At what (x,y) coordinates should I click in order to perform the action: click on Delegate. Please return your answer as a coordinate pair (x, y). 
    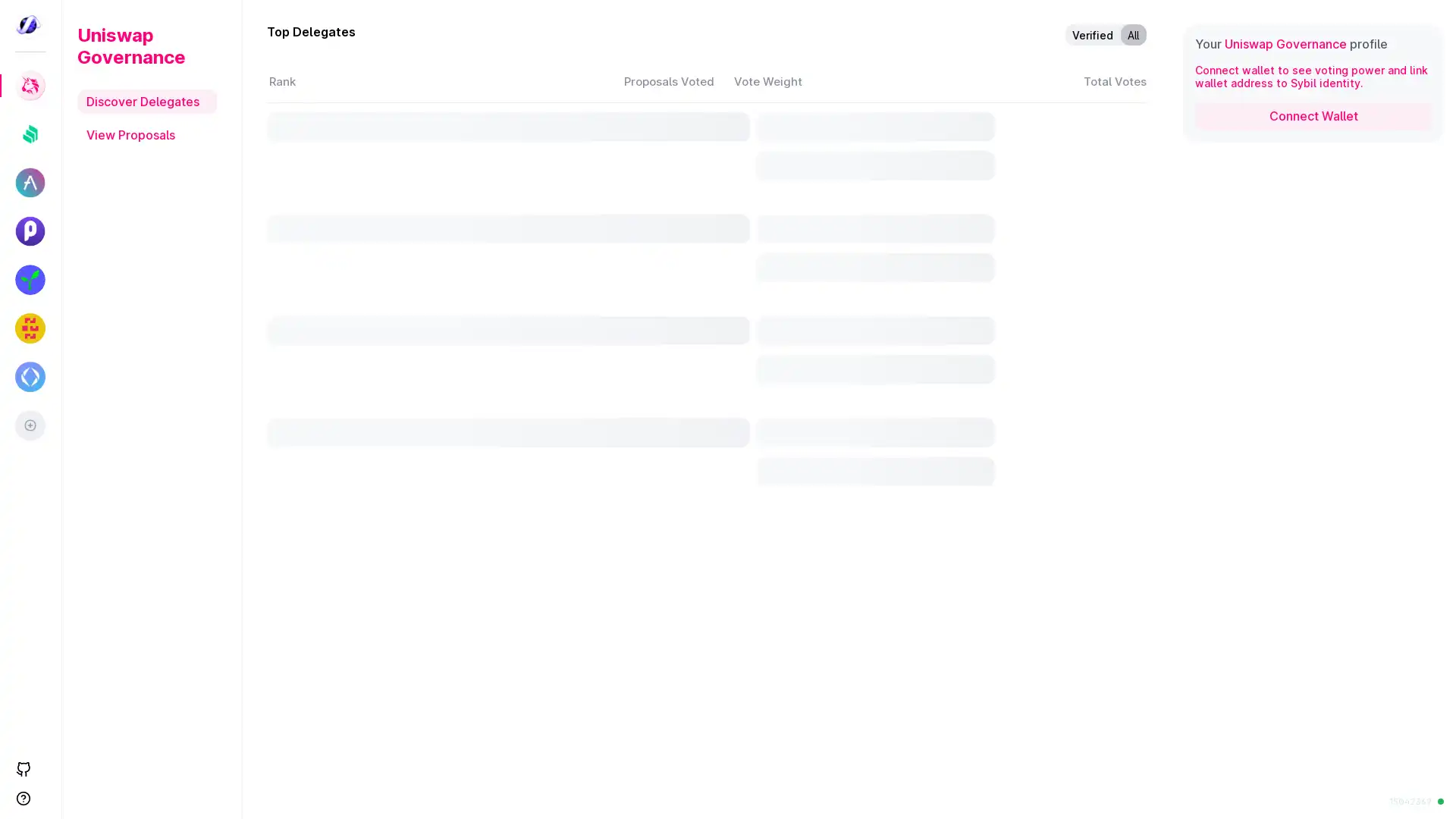
    Looking at the image, I should click on (1006, 441).